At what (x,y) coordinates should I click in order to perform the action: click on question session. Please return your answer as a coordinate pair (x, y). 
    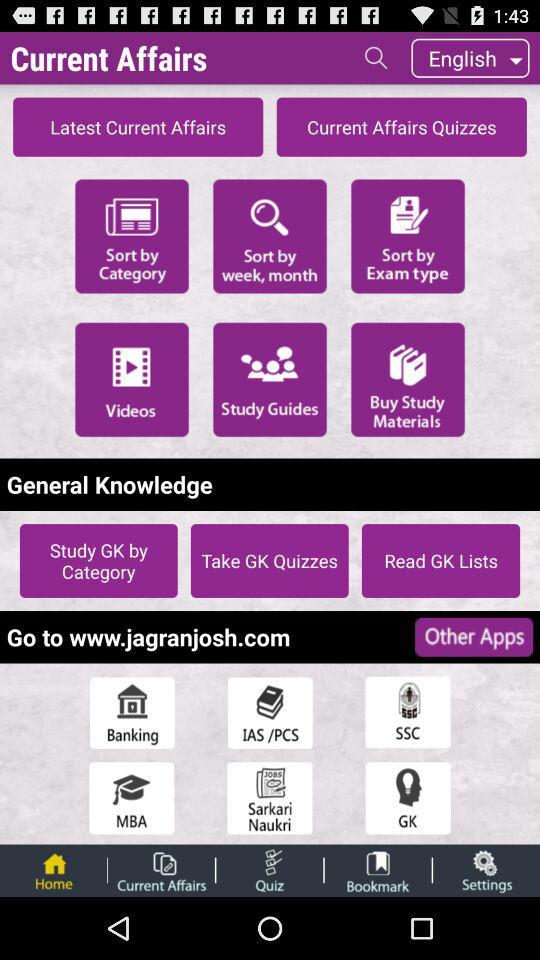
    Looking at the image, I should click on (269, 869).